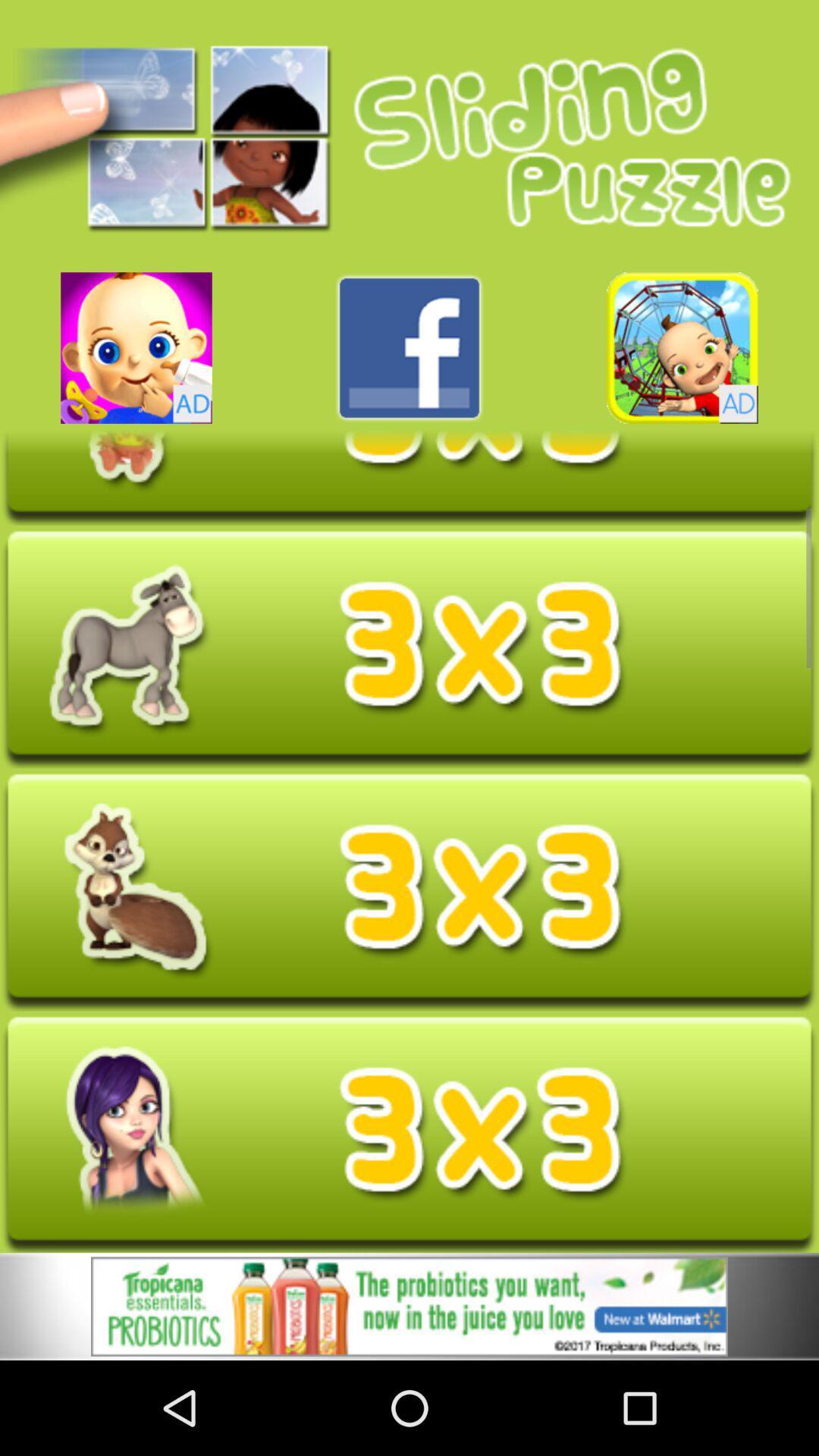 This screenshot has height=1456, width=819. I want to click on advertisement page, so click(409, 1134).